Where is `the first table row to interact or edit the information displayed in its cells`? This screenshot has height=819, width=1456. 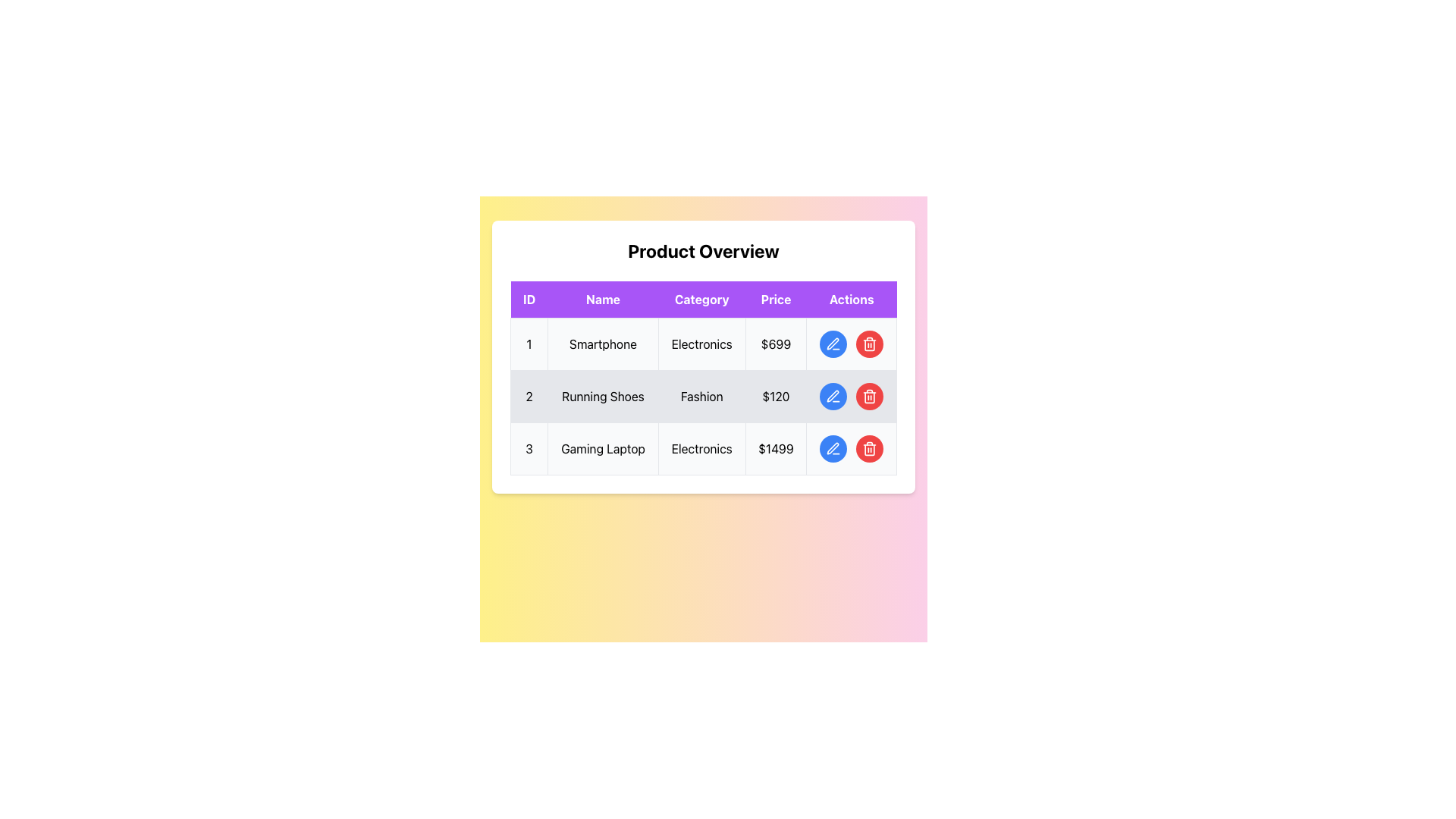
the first table row to interact or edit the information displayed in its cells is located at coordinates (702, 344).